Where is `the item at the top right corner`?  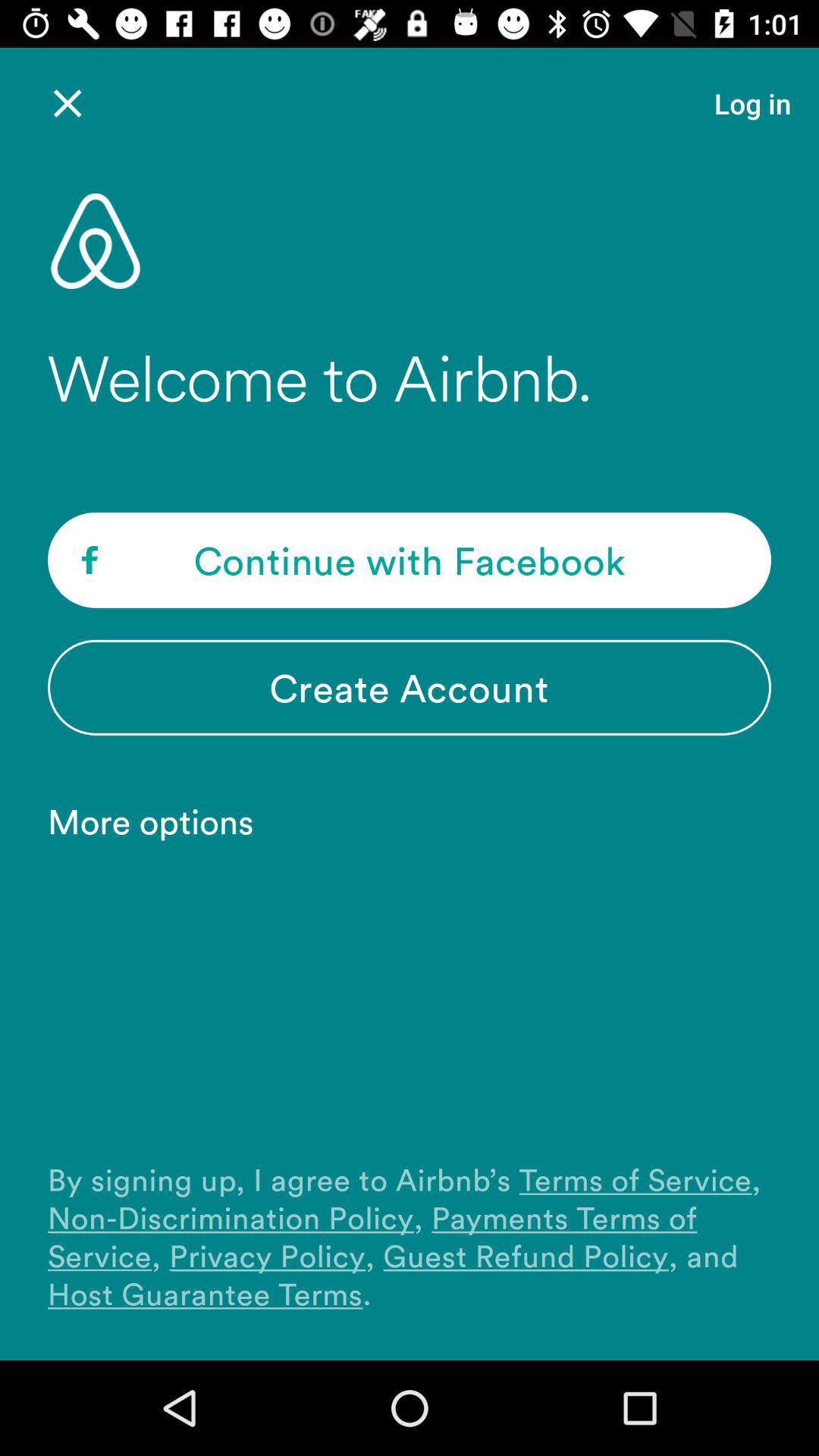
the item at the top right corner is located at coordinates (752, 102).